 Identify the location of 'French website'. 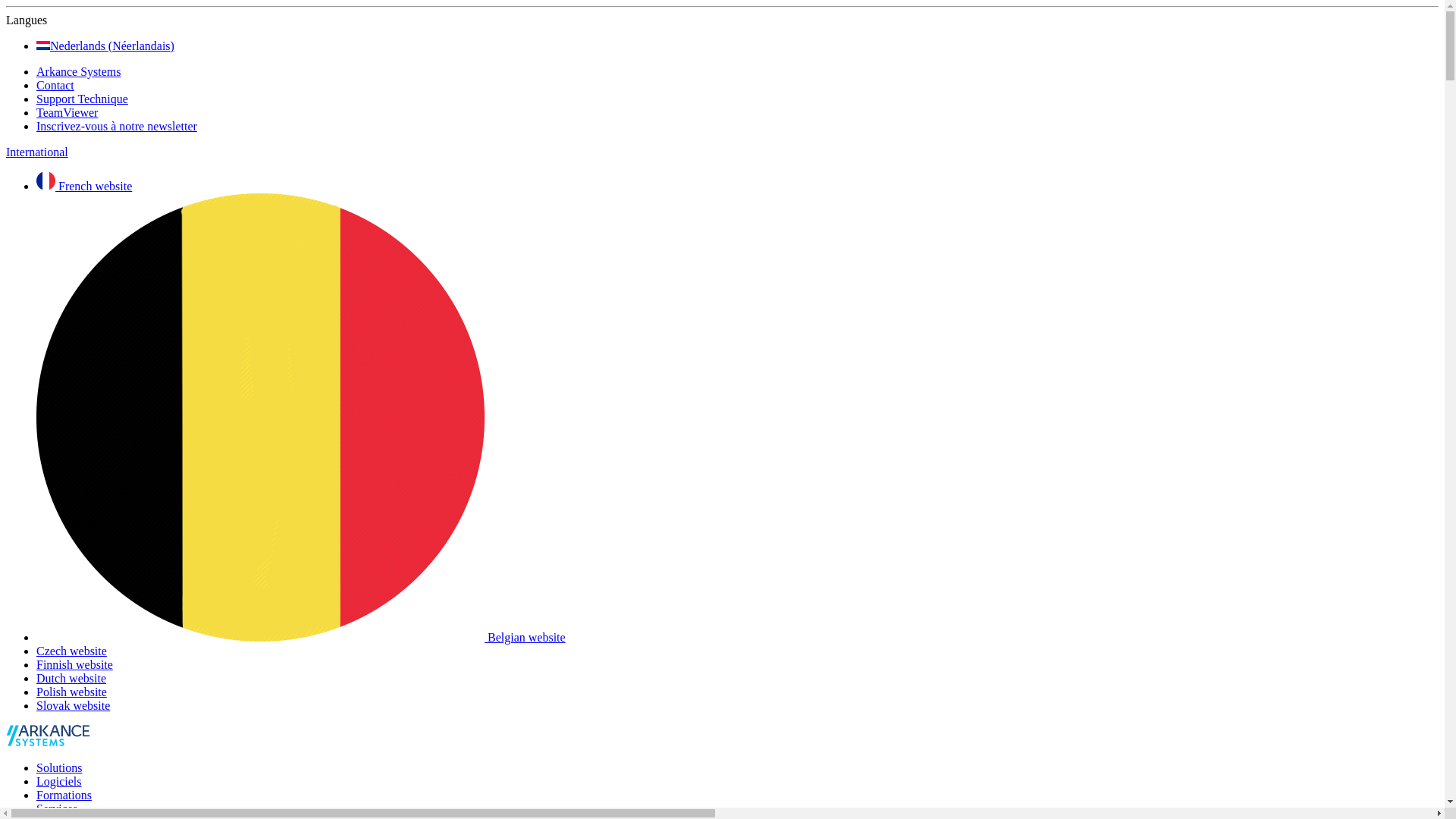
(83, 185).